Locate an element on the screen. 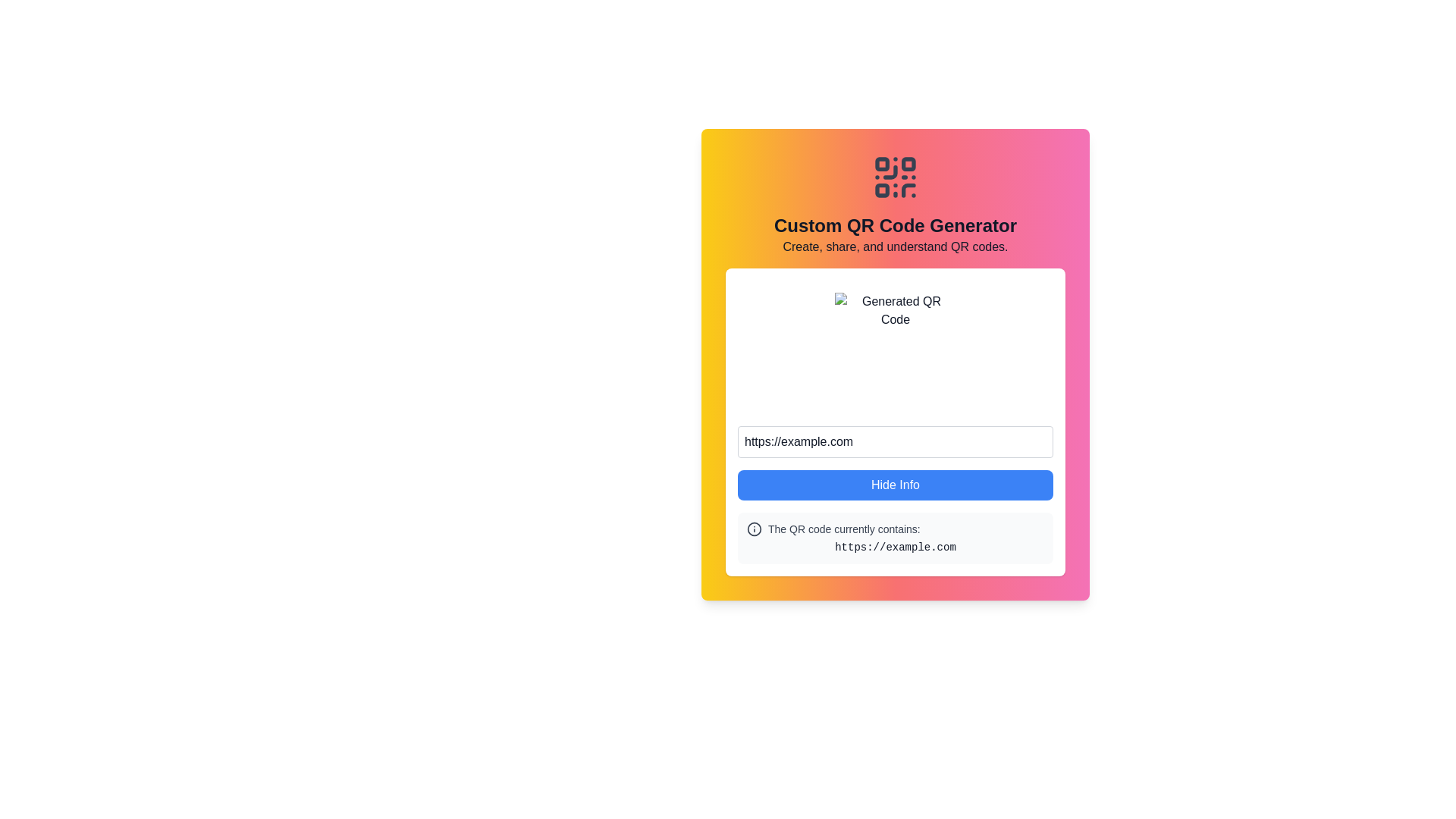 This screenshot has width=1456, height=819. text from the informational Text Label located below the QR code, which provides context regarding the data represented in the QR code is located at coordinates (843, 529).